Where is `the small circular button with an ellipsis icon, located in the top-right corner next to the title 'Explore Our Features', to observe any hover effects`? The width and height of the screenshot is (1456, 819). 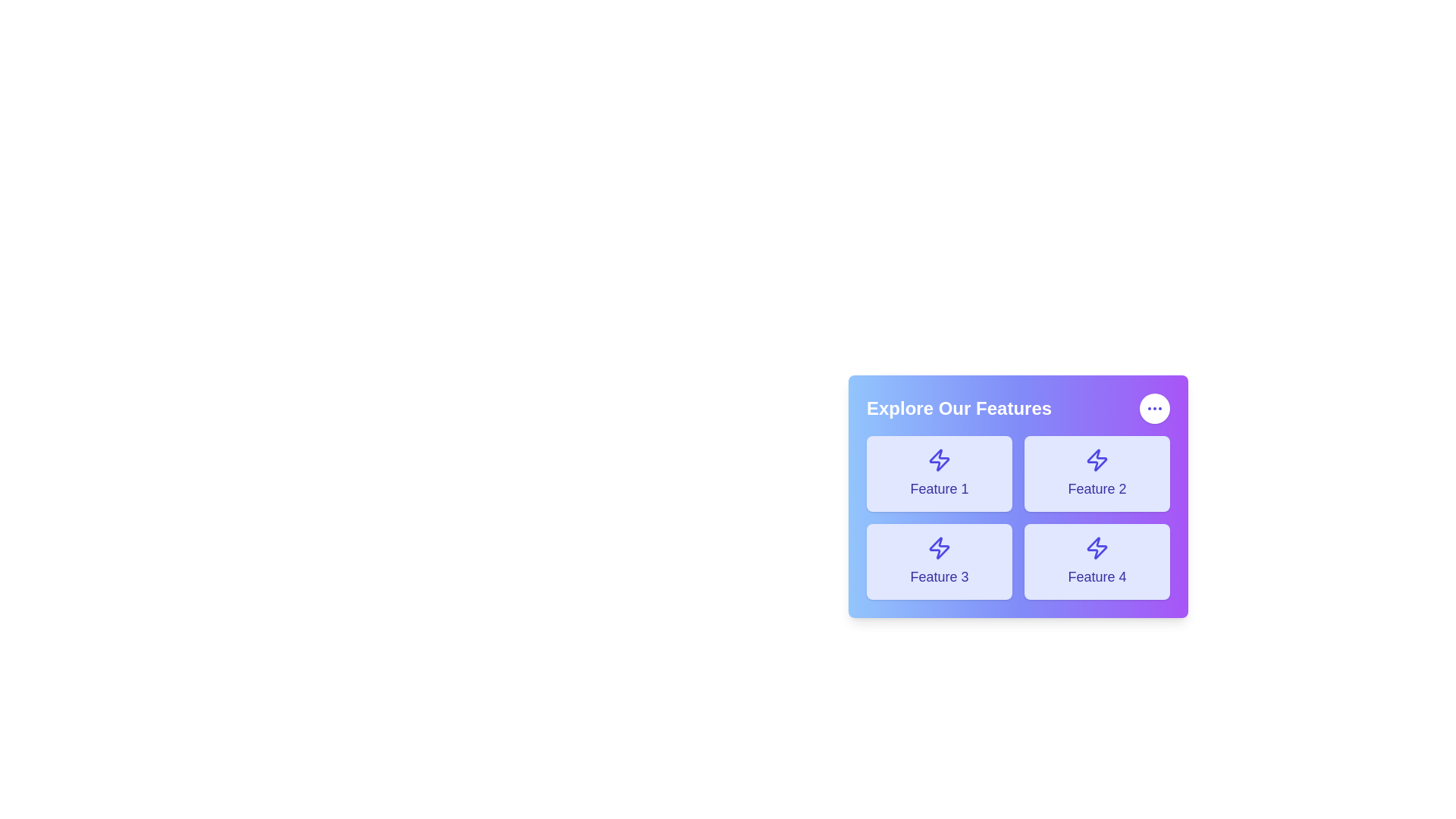
the small circular button with an ellipsis icon, located in the top-right corner next to the title 'Explore Our Features', to observe any hover effects is located at coordinates (1153, 408).